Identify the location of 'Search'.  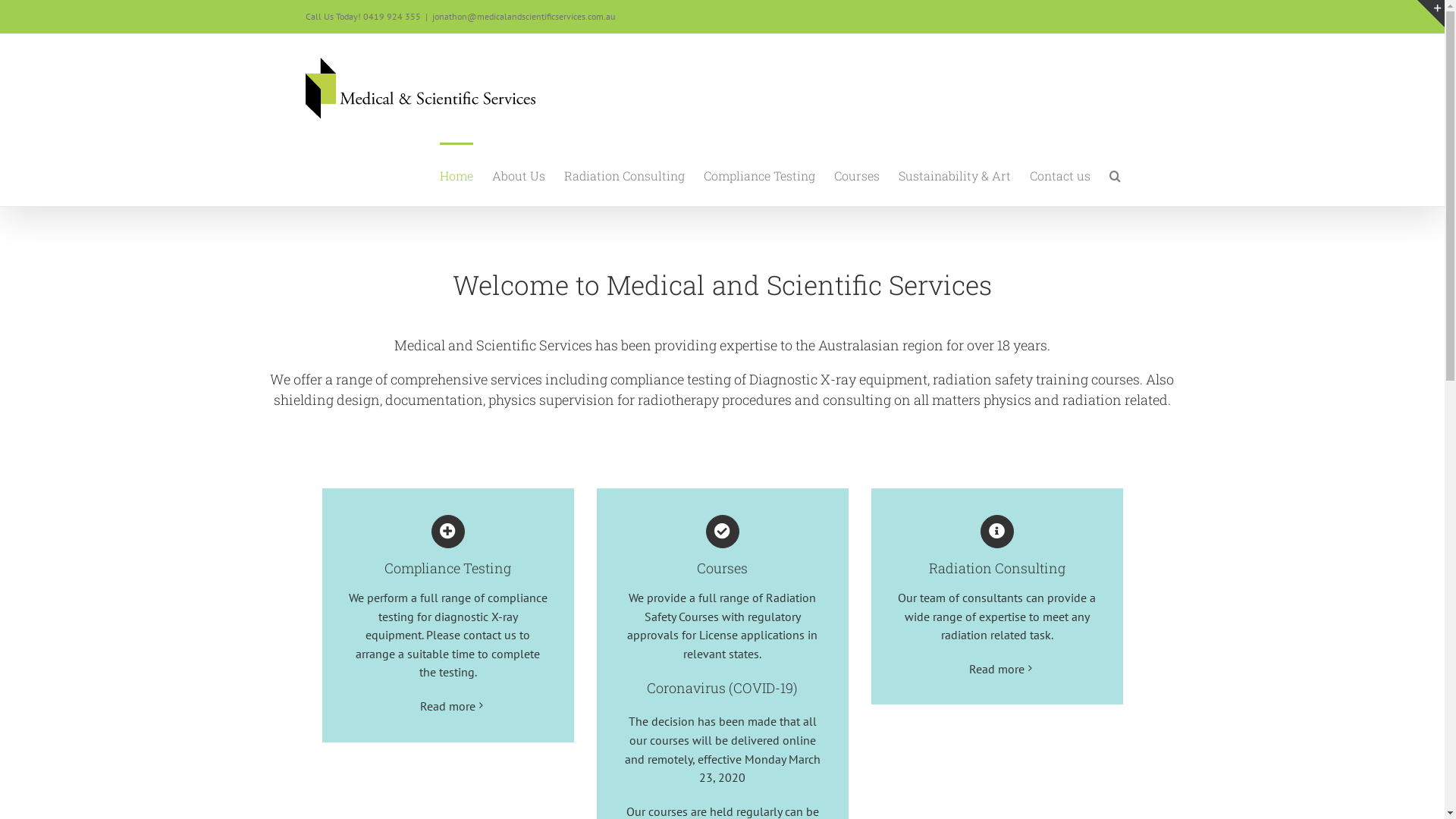
(1109, 174).